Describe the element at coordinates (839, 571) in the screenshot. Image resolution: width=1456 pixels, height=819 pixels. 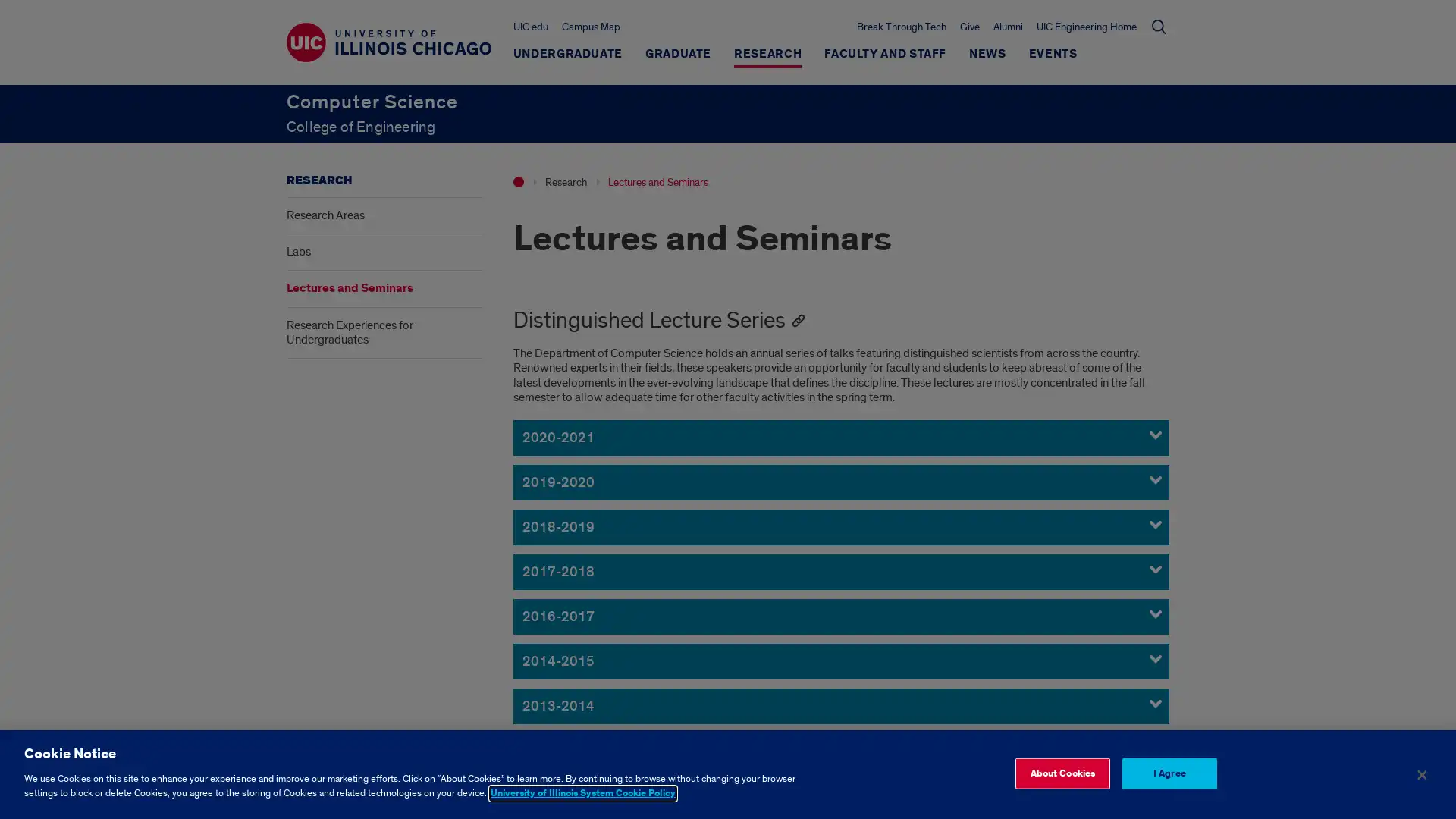
I see `2017-2018` at that location.